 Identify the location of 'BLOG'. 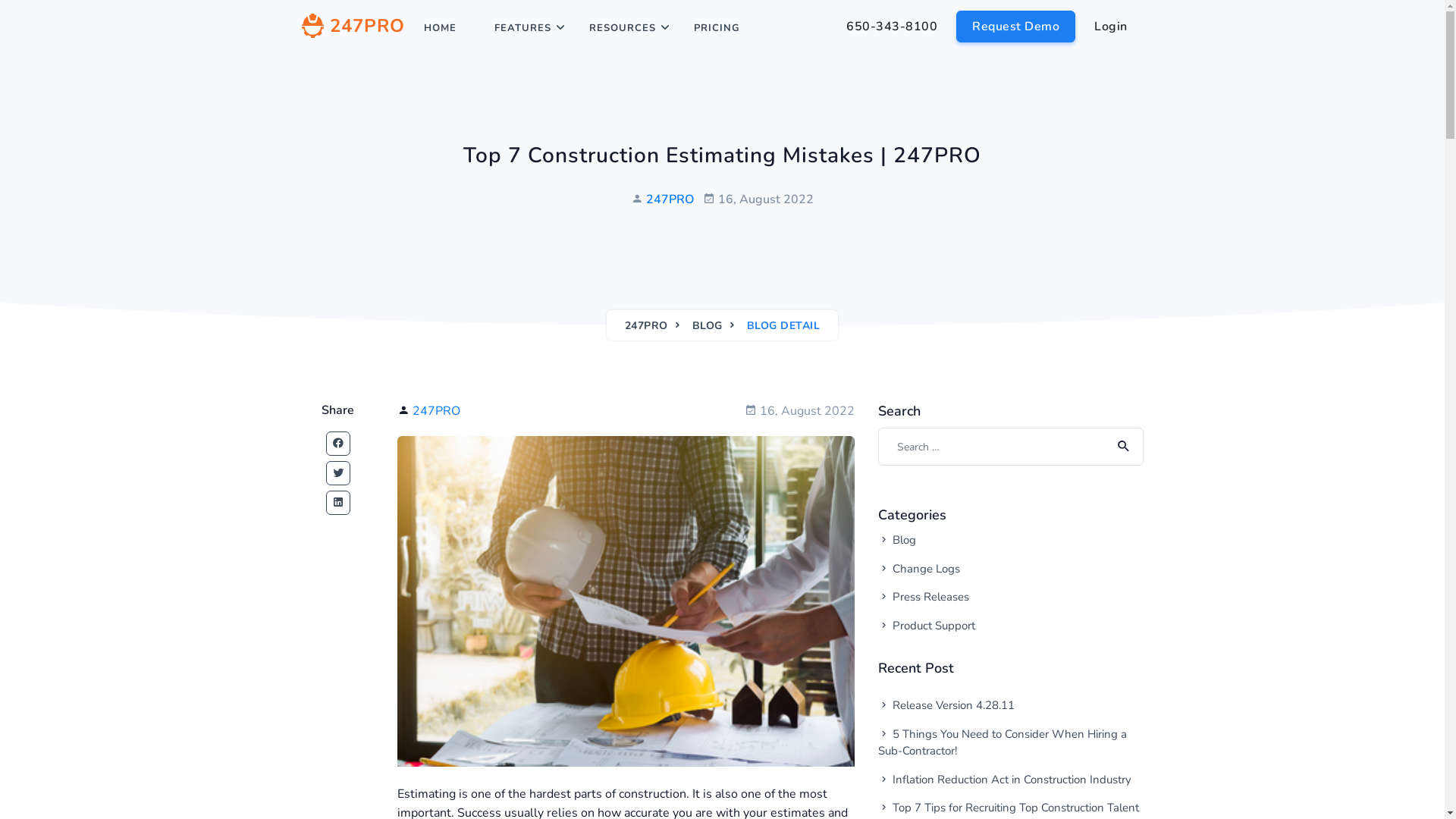
(706, 325).